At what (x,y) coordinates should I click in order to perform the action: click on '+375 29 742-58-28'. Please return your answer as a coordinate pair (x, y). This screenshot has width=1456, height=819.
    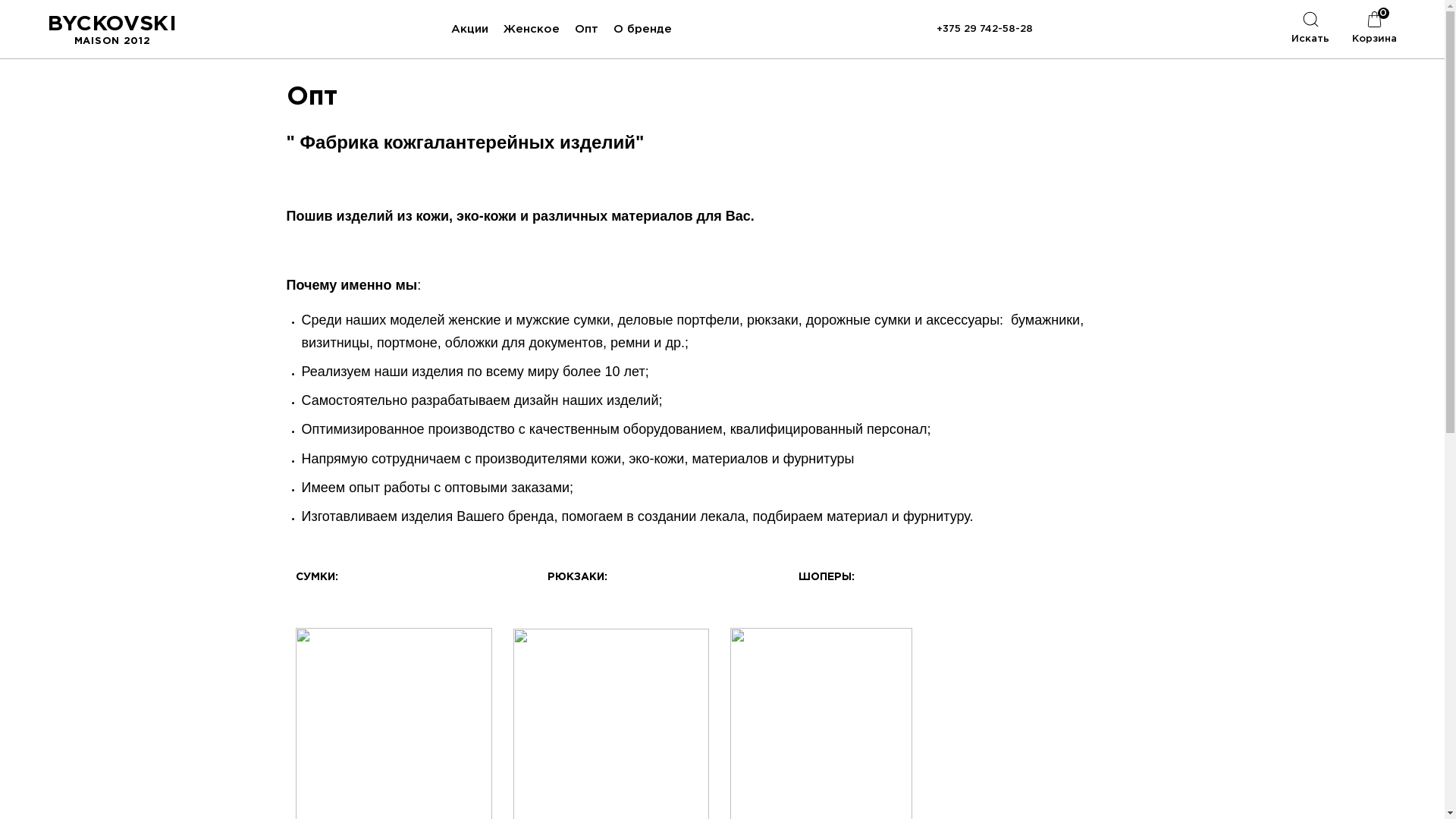
    Looking at the image, I should click on (984, 29).